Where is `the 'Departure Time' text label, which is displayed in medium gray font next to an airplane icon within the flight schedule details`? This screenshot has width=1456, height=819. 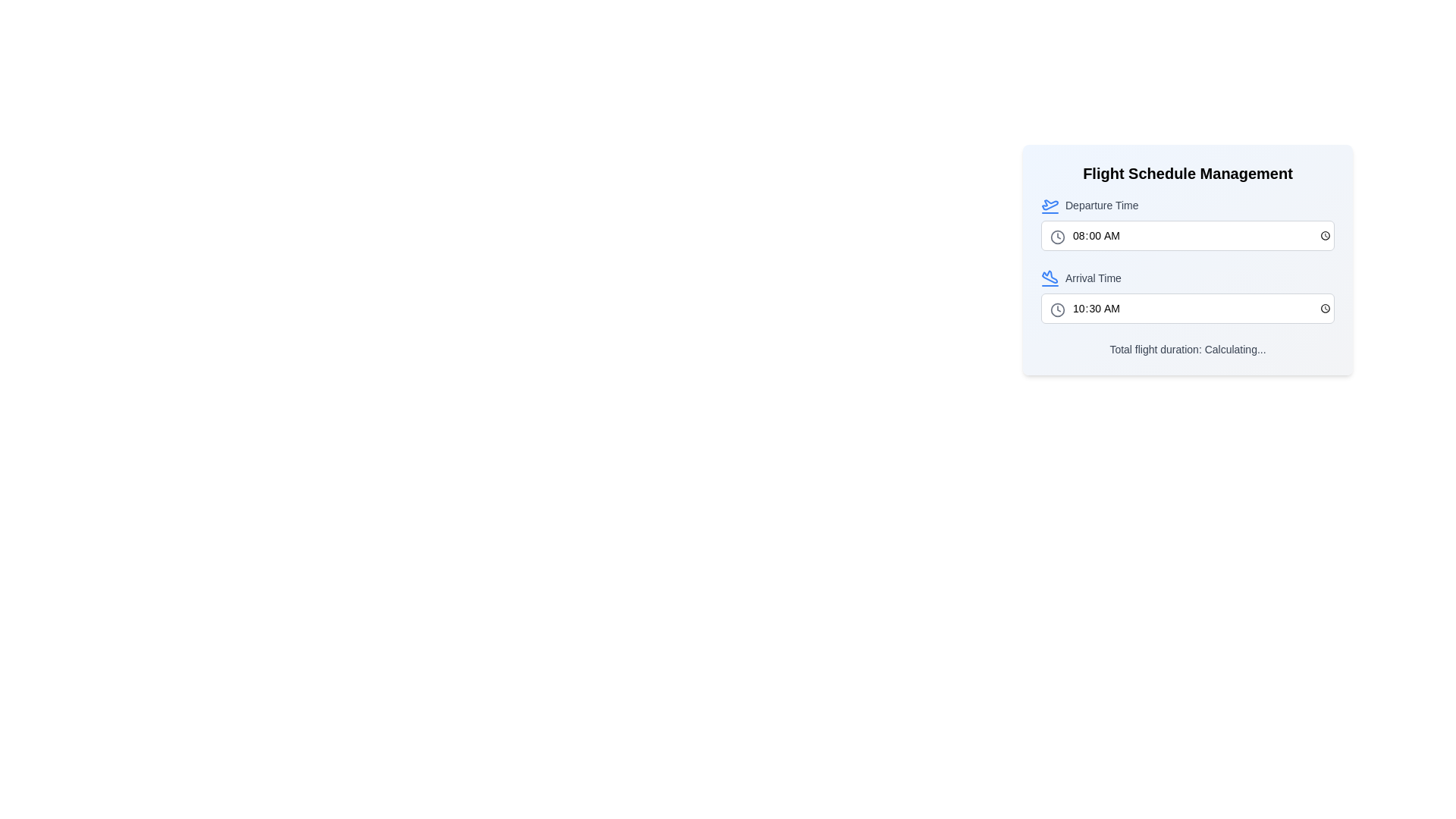 the 'Departure Time' text label, which is displayed in medium gray font next to an airplane icon within the flight schedule details is located at coordinates (1102, 205).